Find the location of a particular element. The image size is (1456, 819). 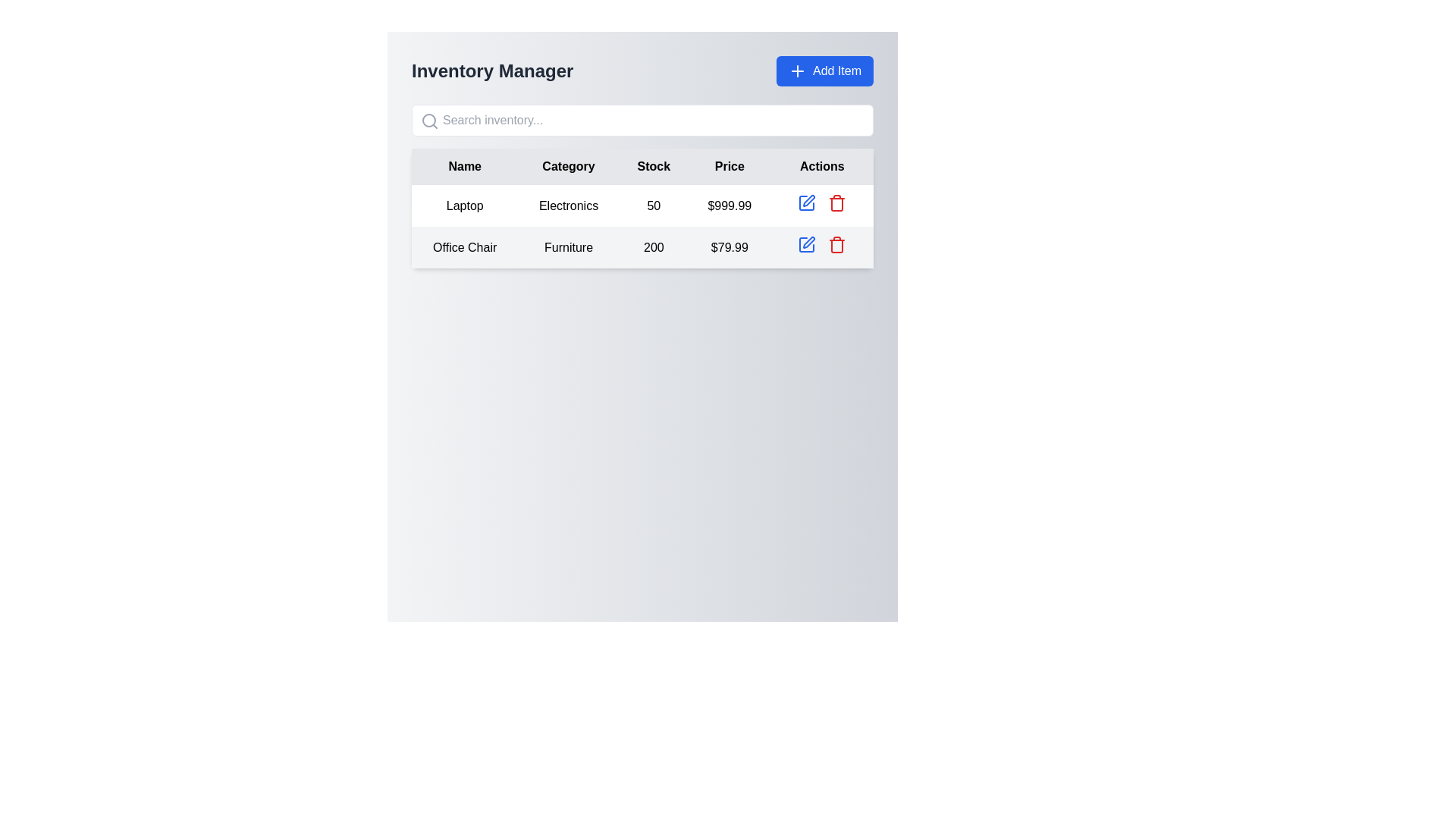

the table cell displaying the stock quantity '50' for the product 'Laptop' in the inventory system, located in the third column of the first row under the 'Stock' header is located at coordinates (654, 206).